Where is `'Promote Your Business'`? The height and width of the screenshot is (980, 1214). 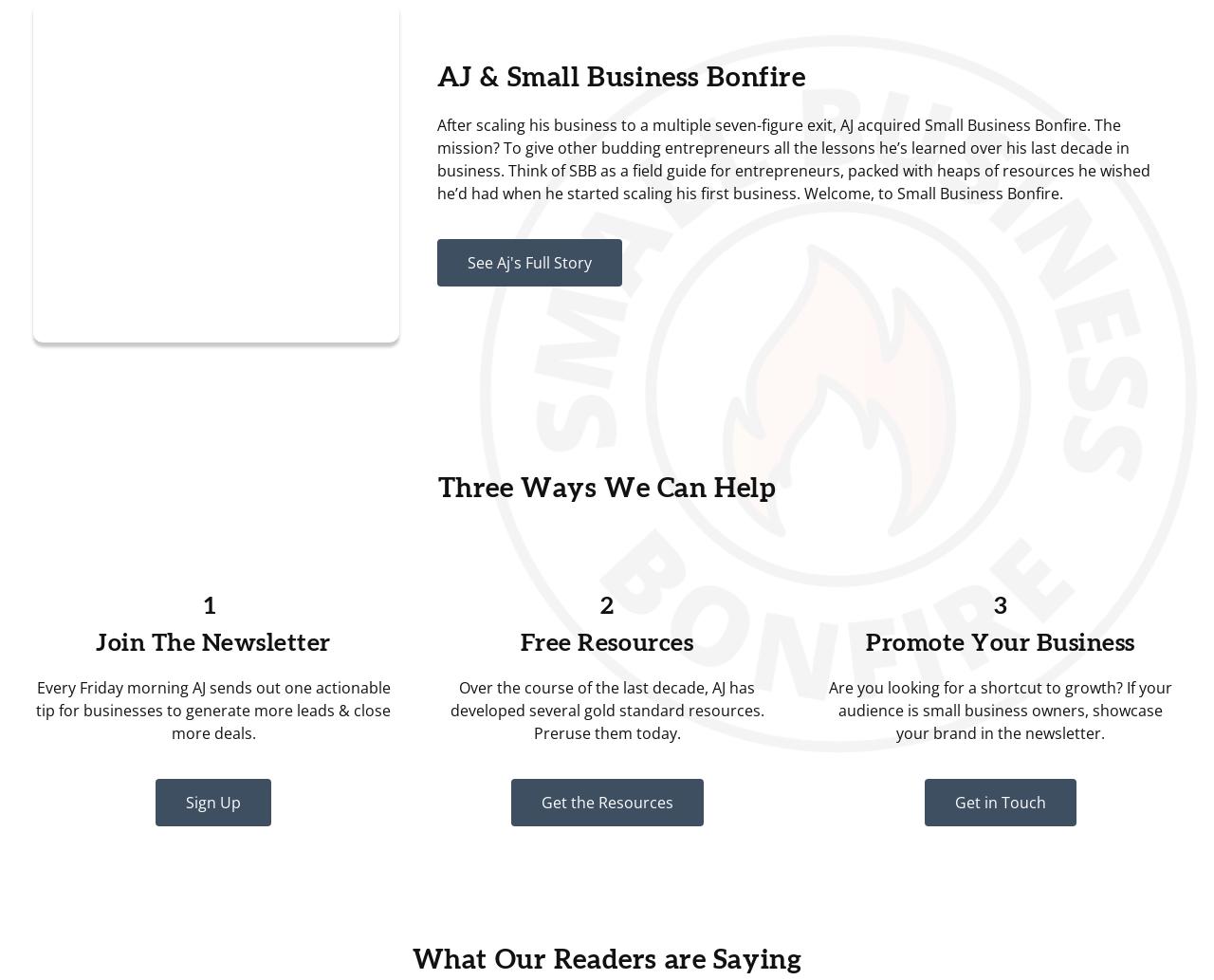 'Promote Your Business' is located at coordinates (999, 641).